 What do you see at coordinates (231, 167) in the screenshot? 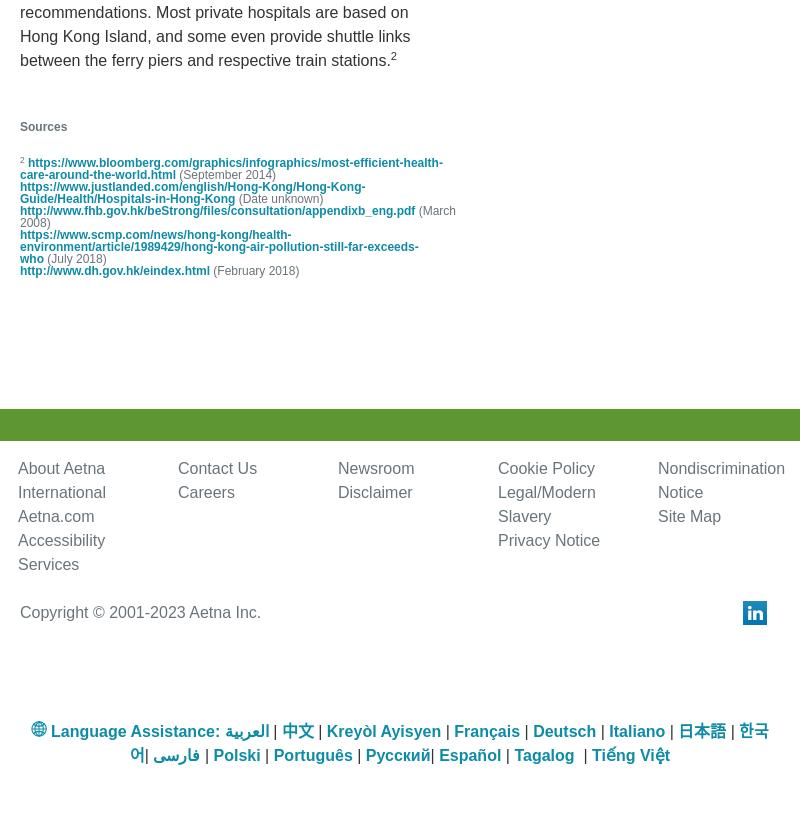
I see `'https://www.bloomberg.com/graphics/infographics/most-efficient-health-care-around-the-world.html'` at bounding box center [231, 167].